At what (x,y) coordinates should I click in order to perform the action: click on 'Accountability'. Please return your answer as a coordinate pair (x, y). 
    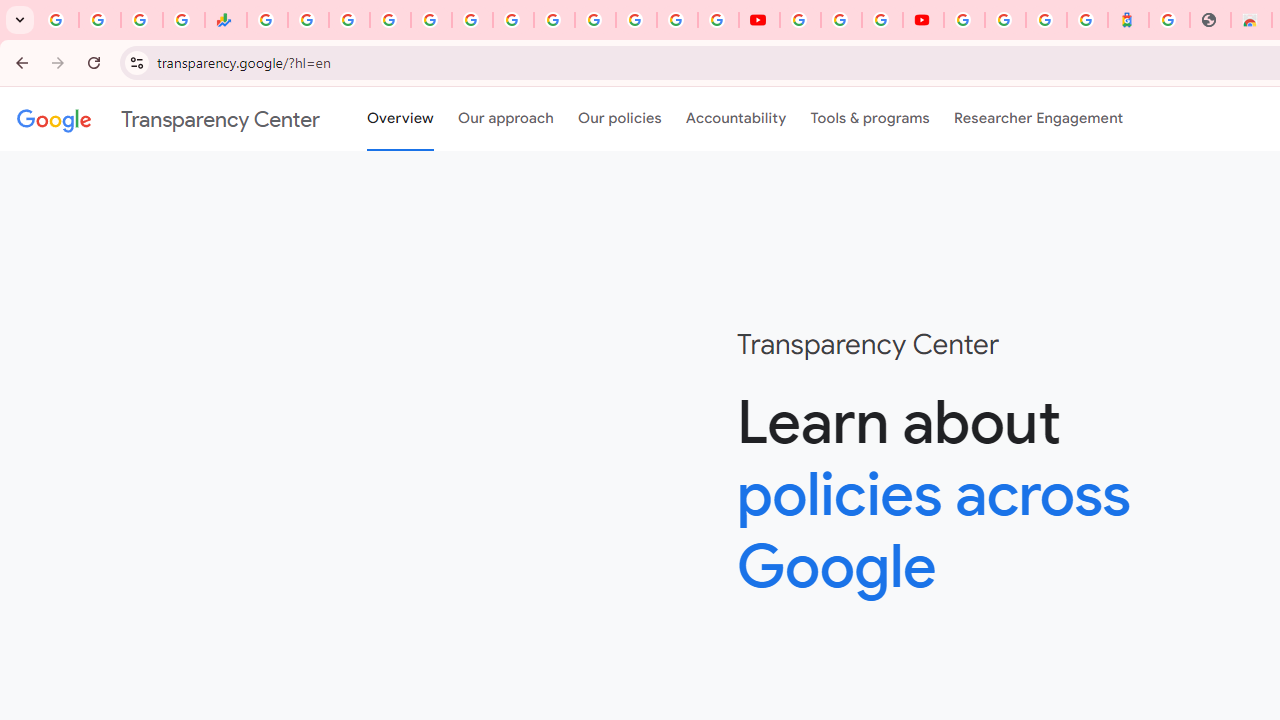
    Looking at the image, I should click on (735, 119).